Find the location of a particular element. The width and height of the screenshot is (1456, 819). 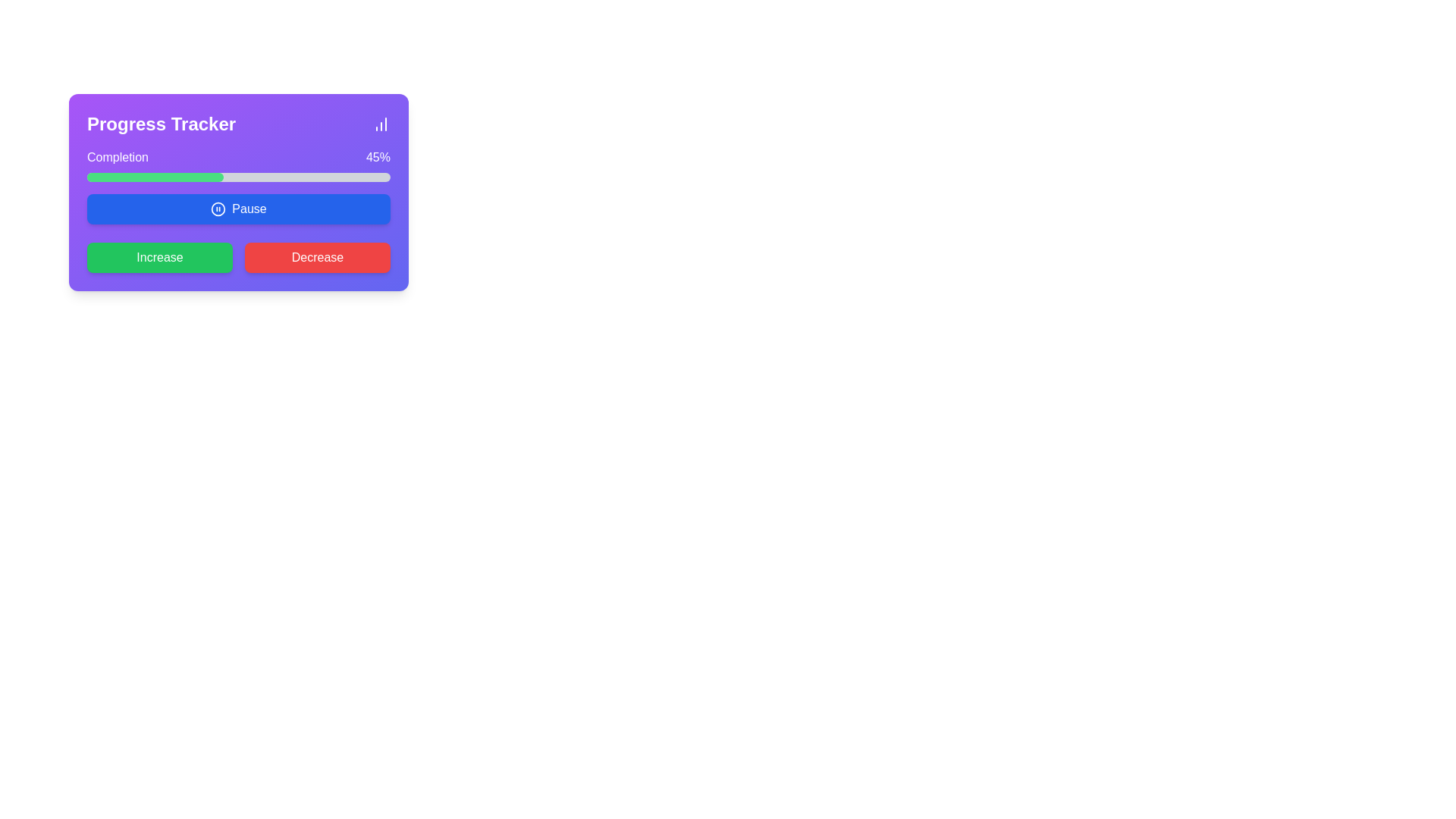

the leftmost green segment of the progress bar under the 'Completion' label in the 'Progress Tracker' section is located at coordinates (155, 177).